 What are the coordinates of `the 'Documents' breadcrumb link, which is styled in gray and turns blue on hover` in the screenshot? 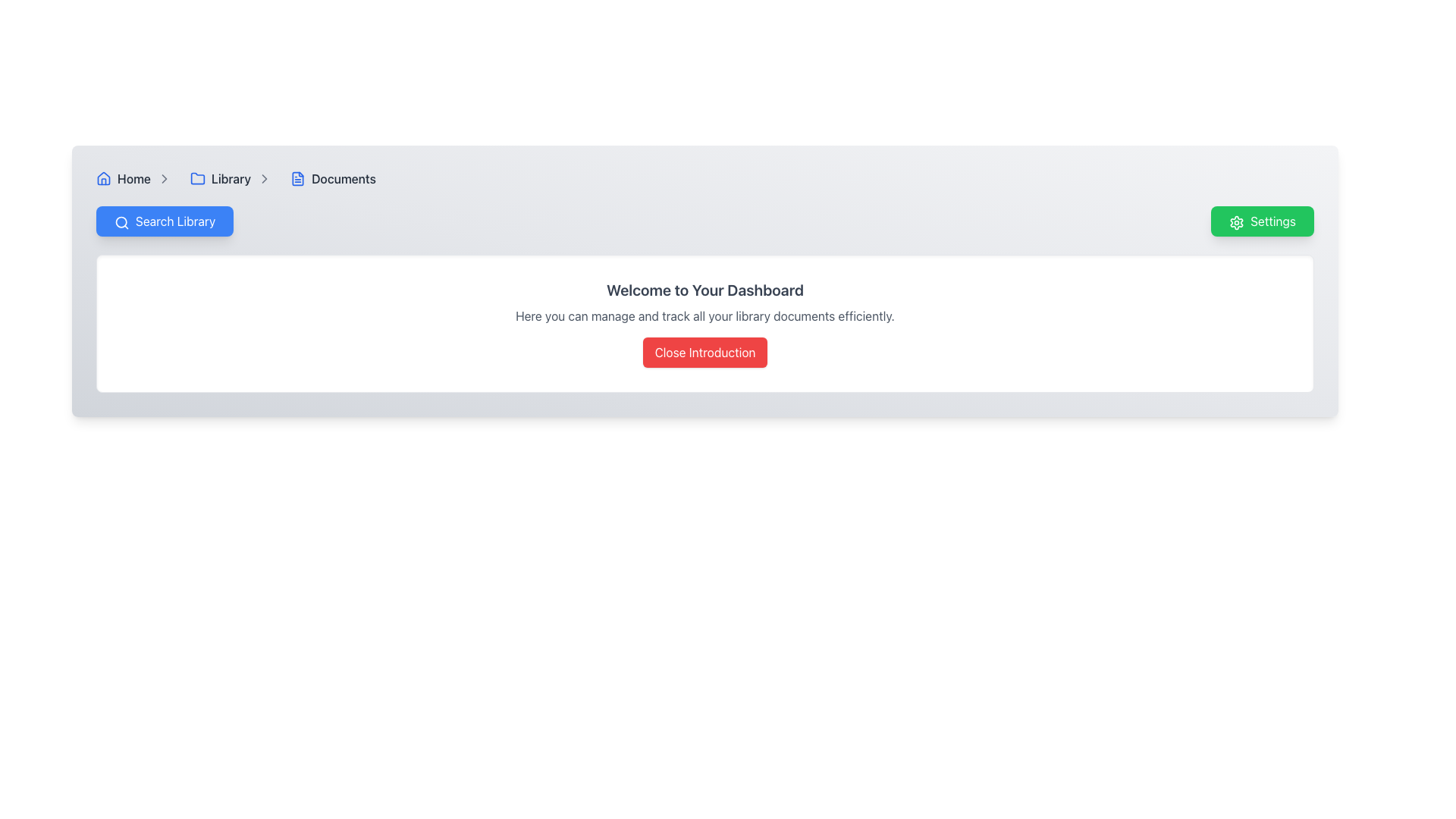 It's located at (343, 177).